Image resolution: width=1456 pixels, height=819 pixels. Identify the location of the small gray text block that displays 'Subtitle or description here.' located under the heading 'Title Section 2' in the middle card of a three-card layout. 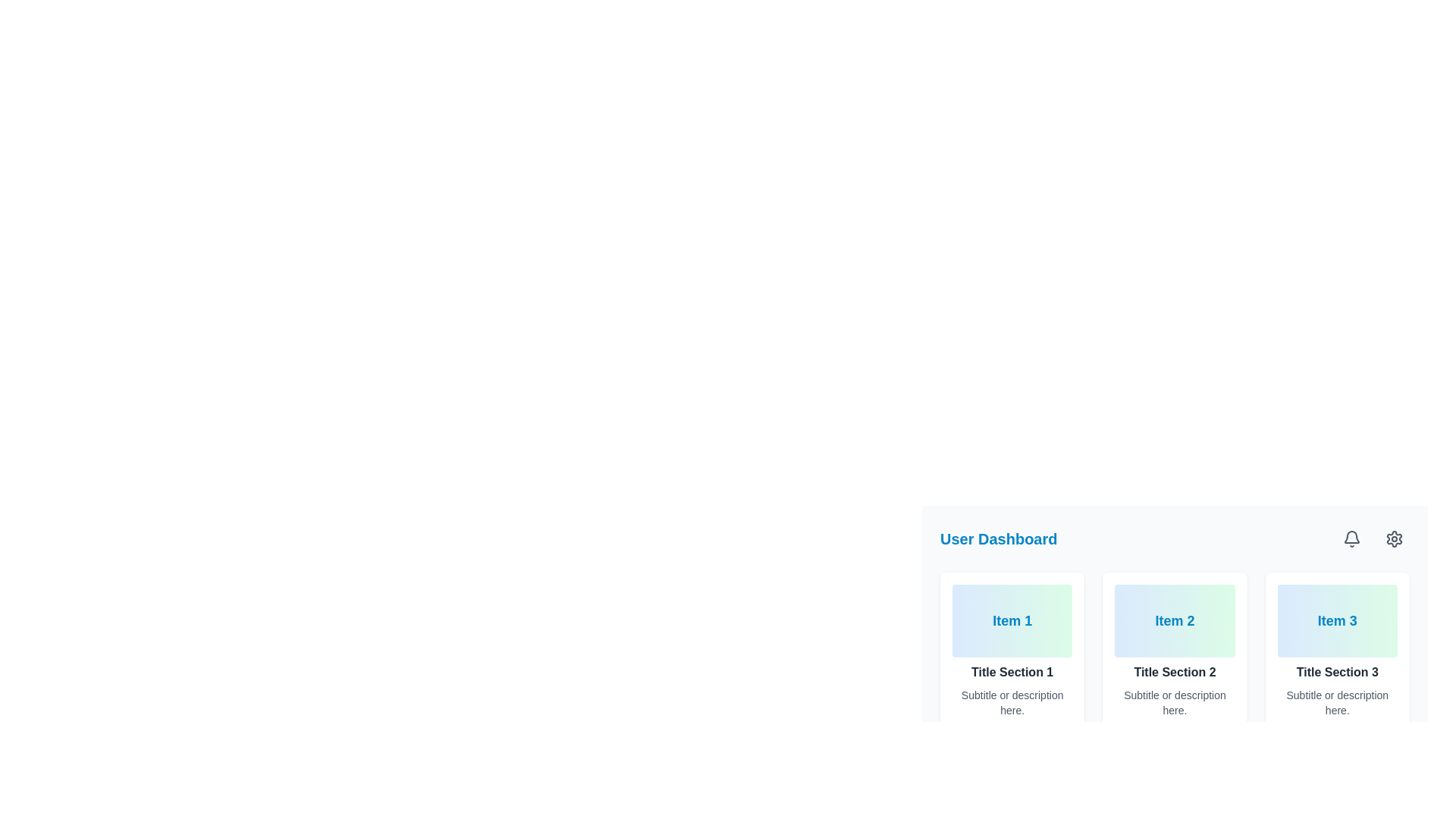
(1174, 702).